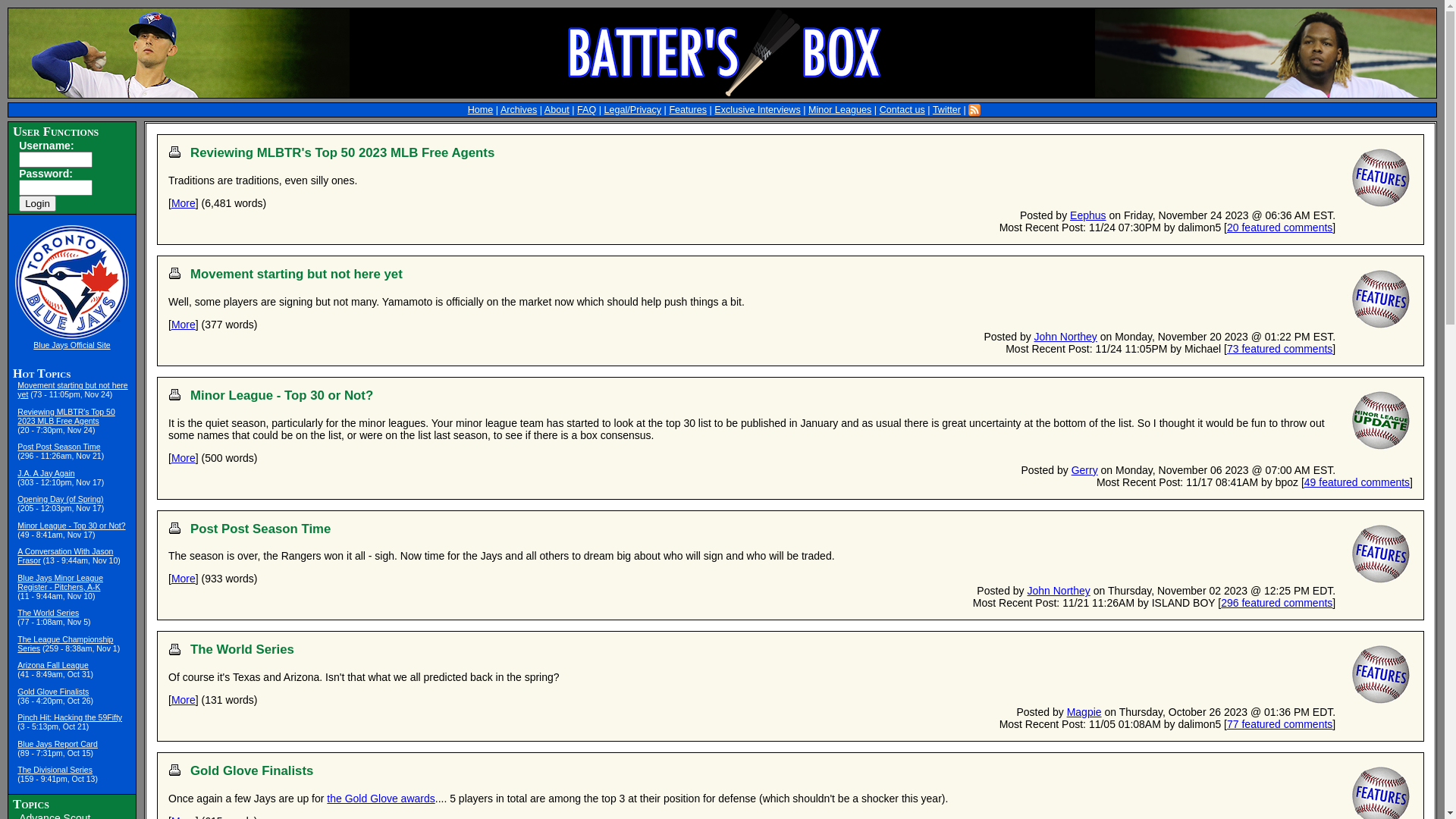 The image size is (1456, 819). What do you see at coordinates (71, 344) in the screenshot?
I see `'Blue Jays Official Site'` at bounding box center [71, 344].